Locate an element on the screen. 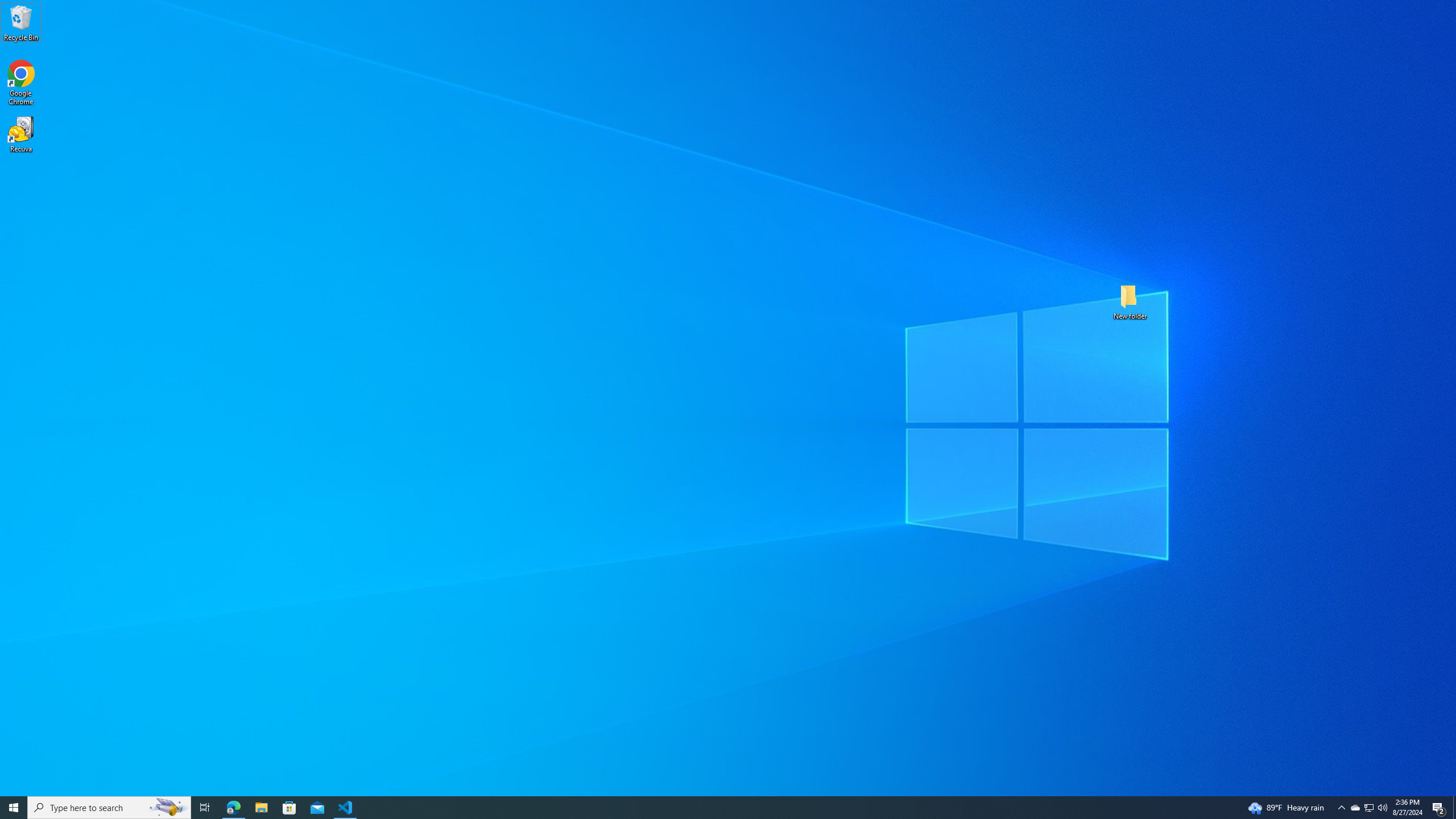 The height and width of the screenshot is (819, 1456). 'User Promoted Notification Area' is located at coordinates (1368, 806).